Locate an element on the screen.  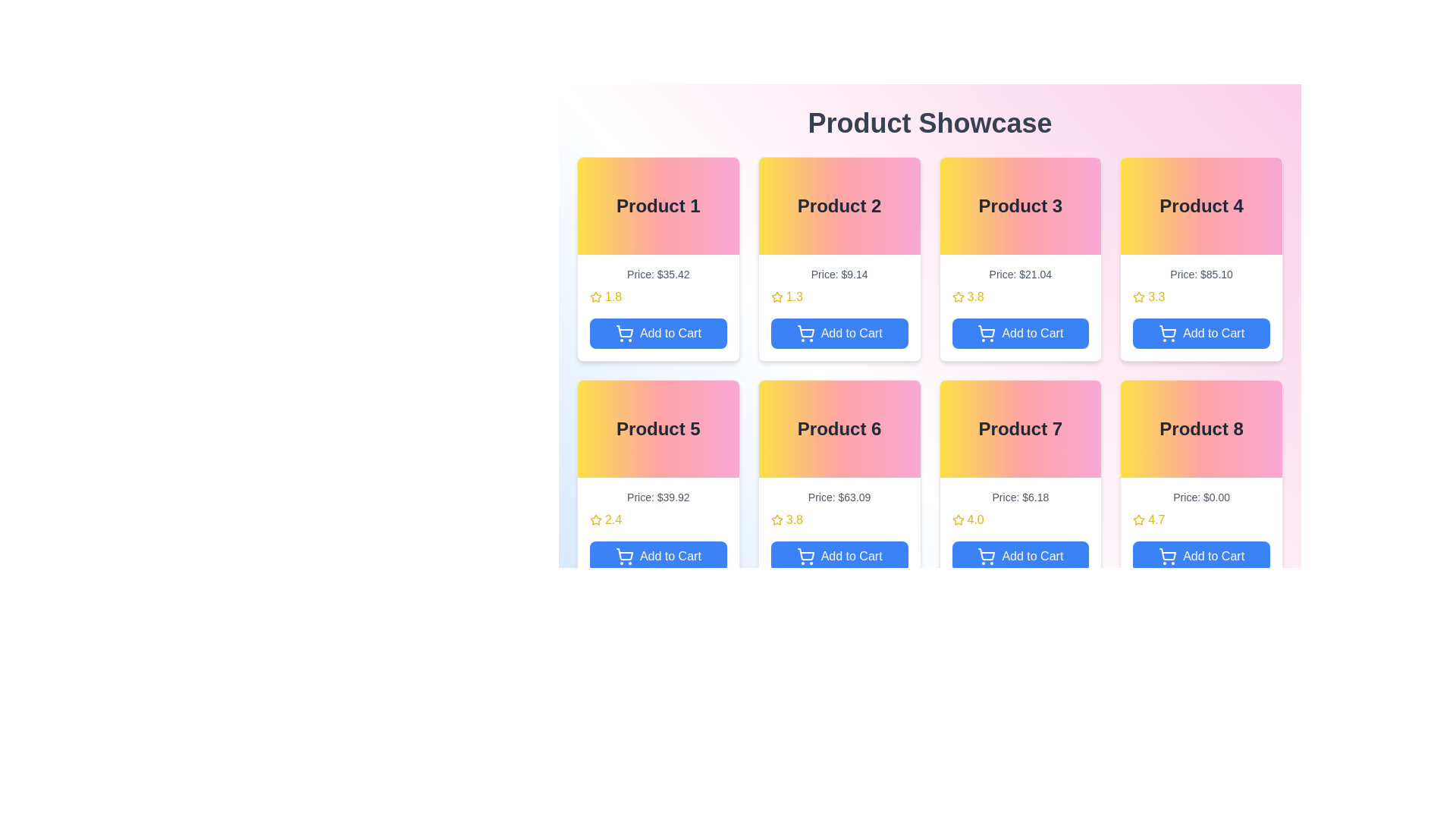
the text display showing 'Price: $63.09' located in the second row, third column of the product grid beneath 'Product 6' is located at coordinates (839, 497).